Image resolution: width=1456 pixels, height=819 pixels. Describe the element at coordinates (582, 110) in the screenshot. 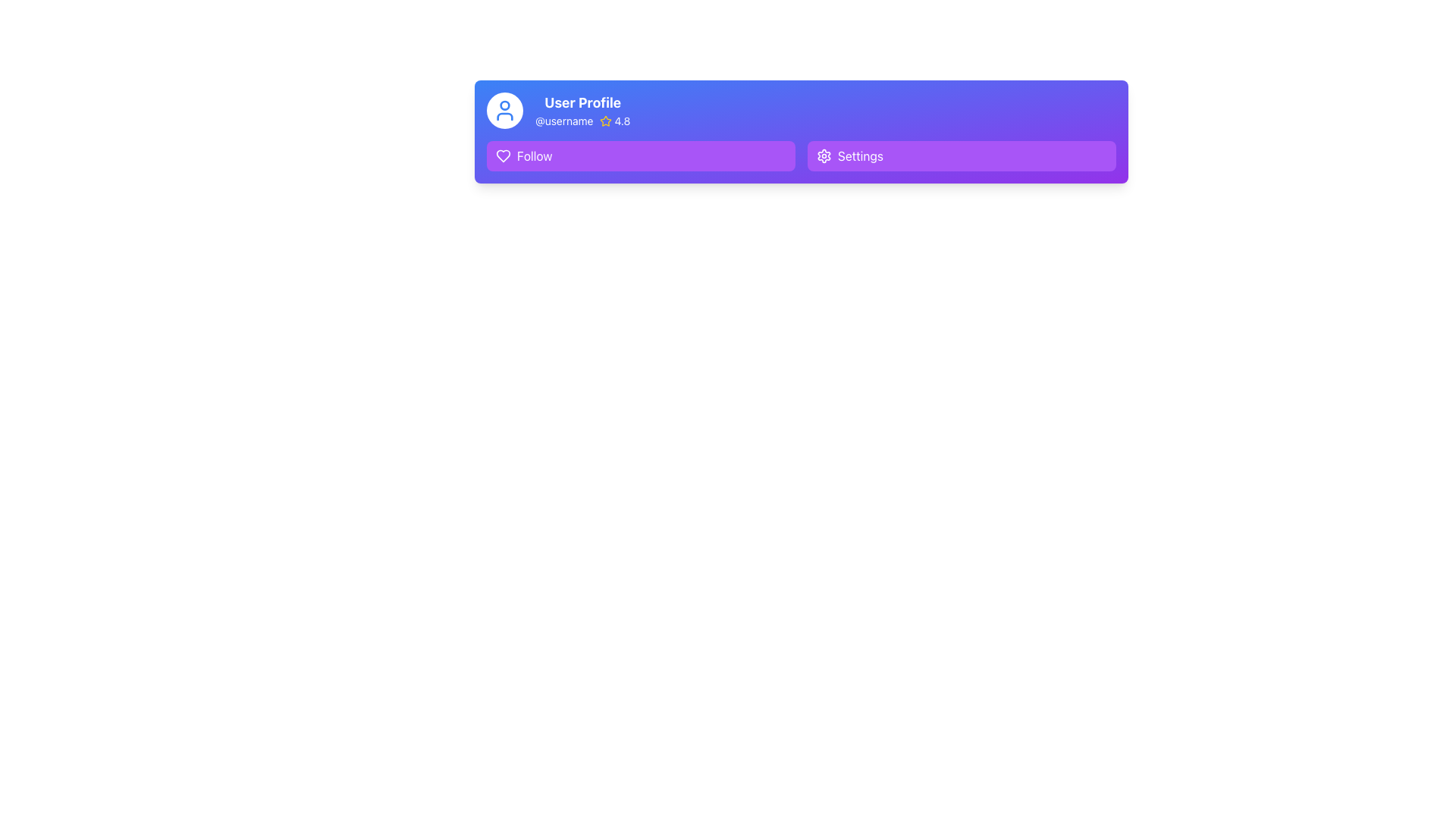

I see `the Text Display with Icon that shows the user's profile name, username, and rating, positioned to the right of the circular user icon and above the 'Follow' and 'Settings' buttons` at that location.